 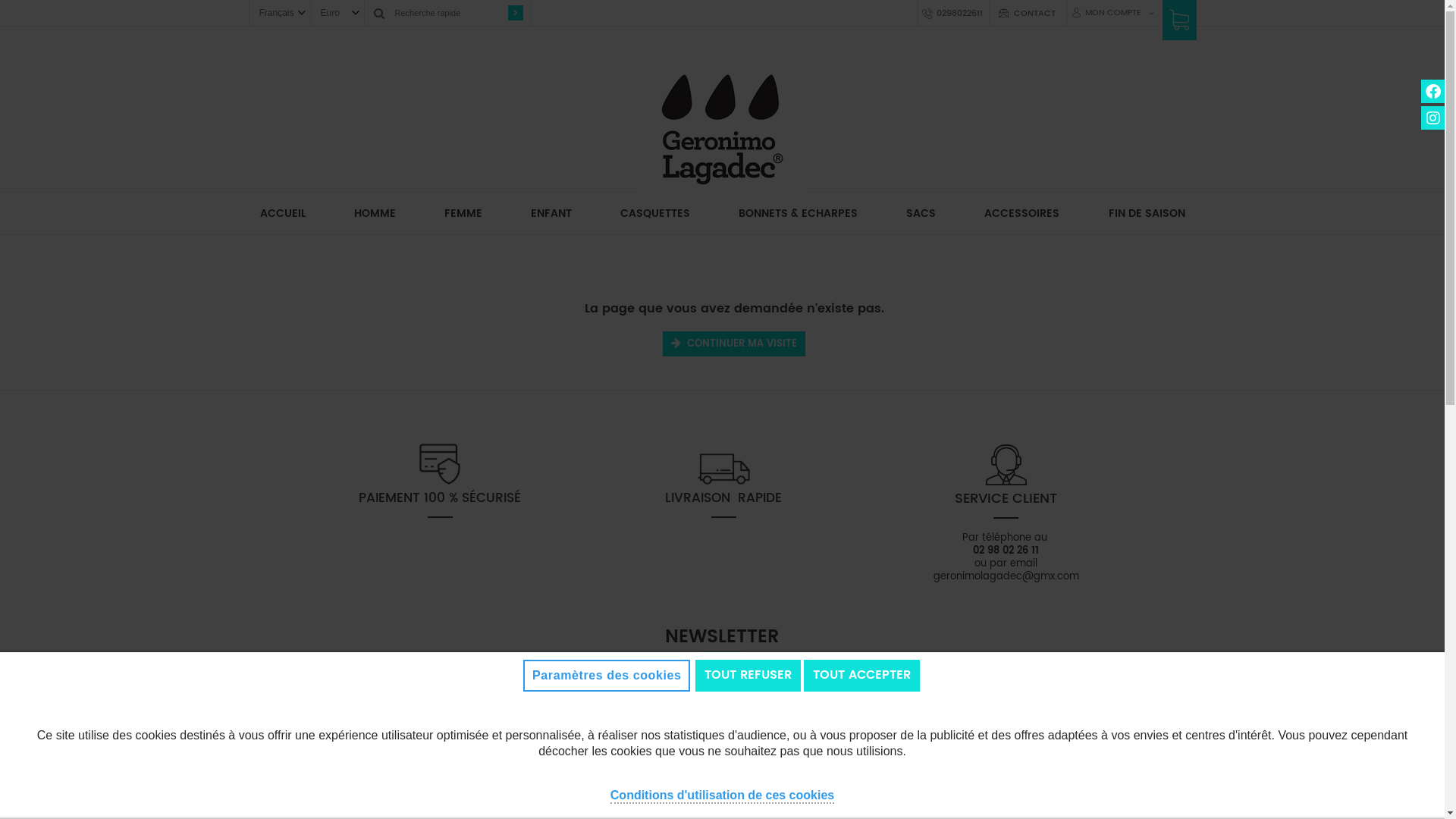 I want to click on 'SACS', so click(x=920, y=213).